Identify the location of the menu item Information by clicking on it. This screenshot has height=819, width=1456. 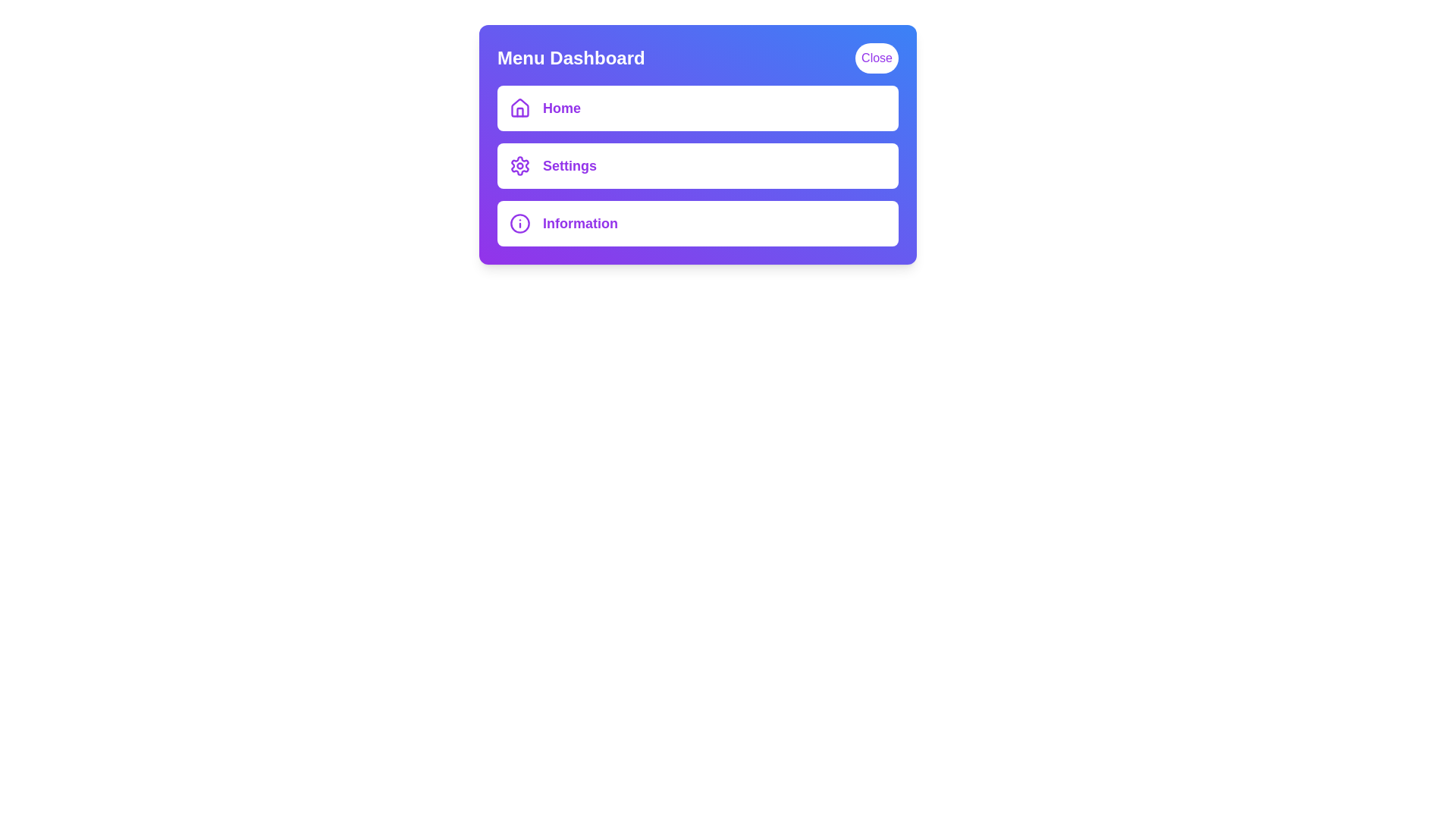
(697, 223).